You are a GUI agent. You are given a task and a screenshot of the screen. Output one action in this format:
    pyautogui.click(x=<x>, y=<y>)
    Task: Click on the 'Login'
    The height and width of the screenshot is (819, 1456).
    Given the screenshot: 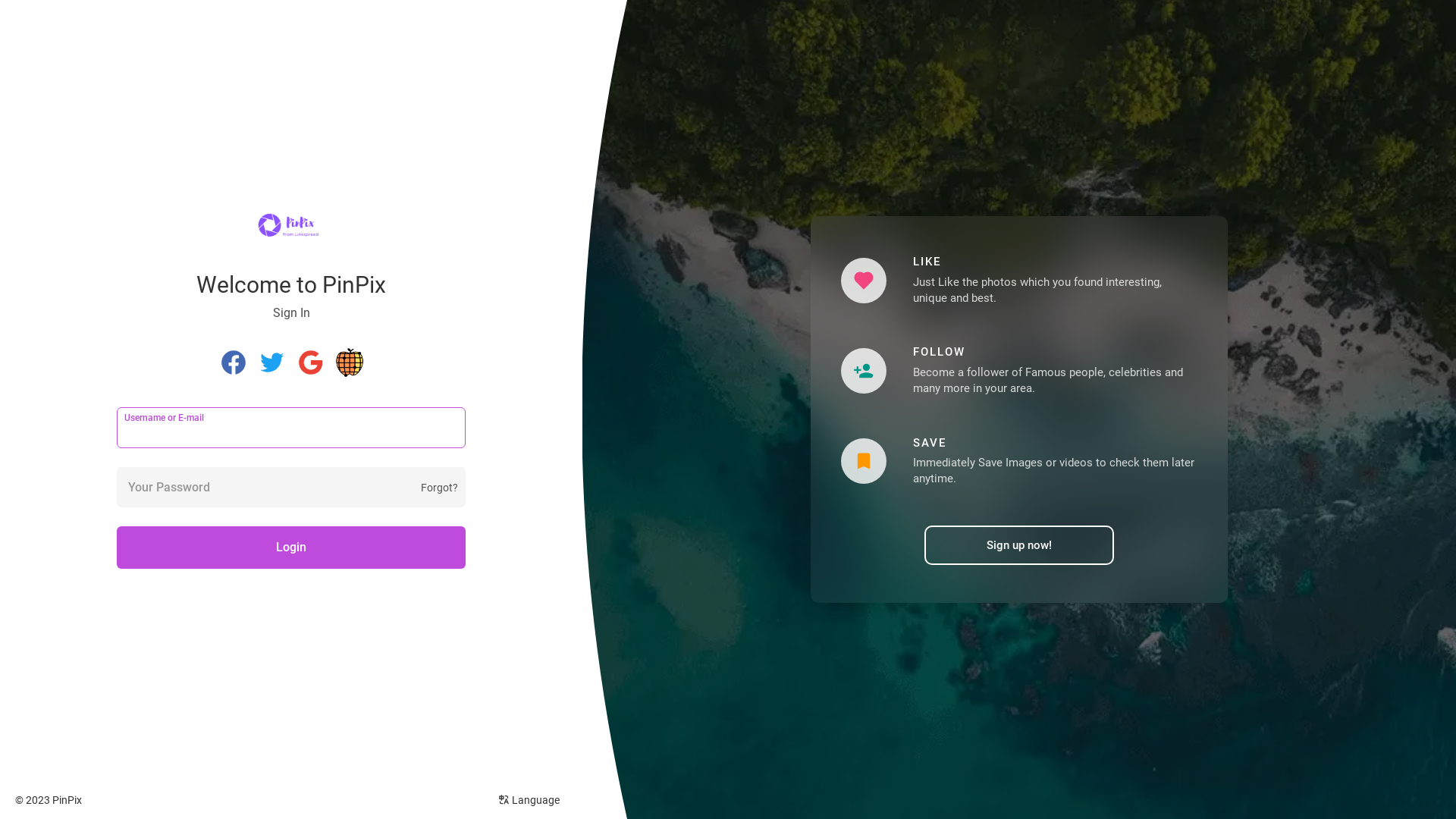 What is the action you would take?
    pyautogui.click(x=291, y=547)
    